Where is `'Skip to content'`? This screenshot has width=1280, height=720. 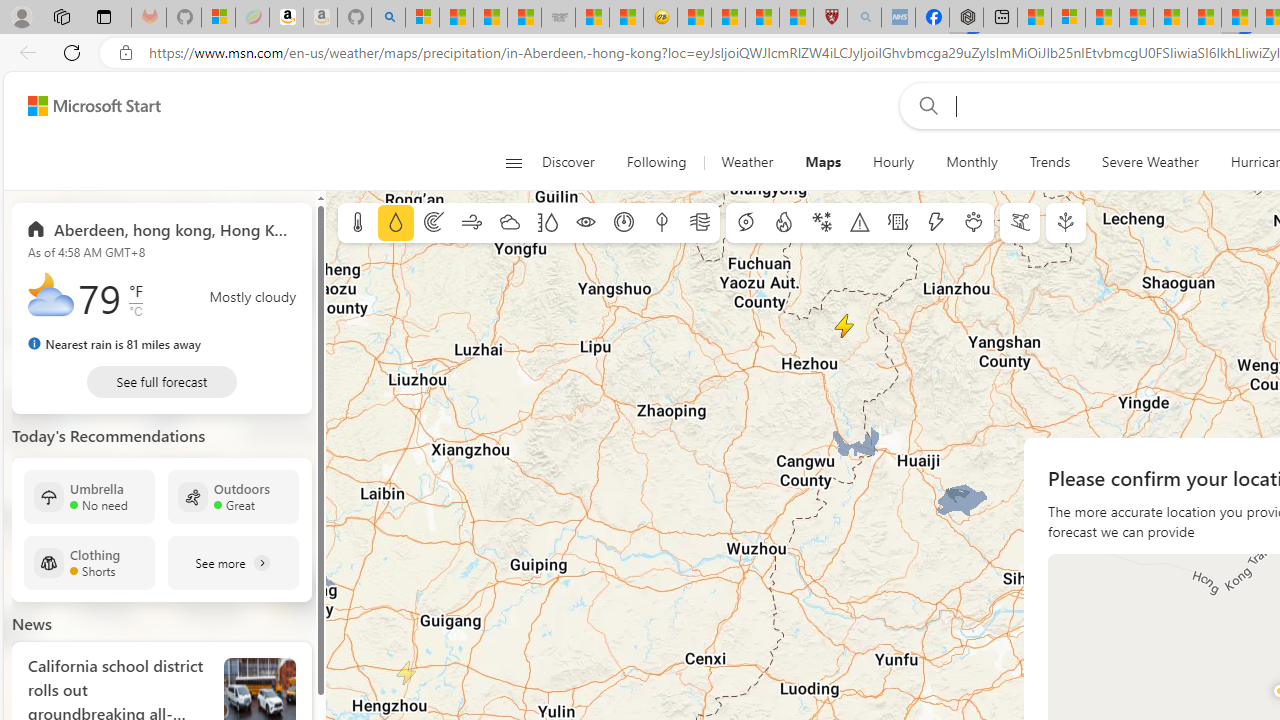
'Skip to content' is located at coordinates (86, 105).